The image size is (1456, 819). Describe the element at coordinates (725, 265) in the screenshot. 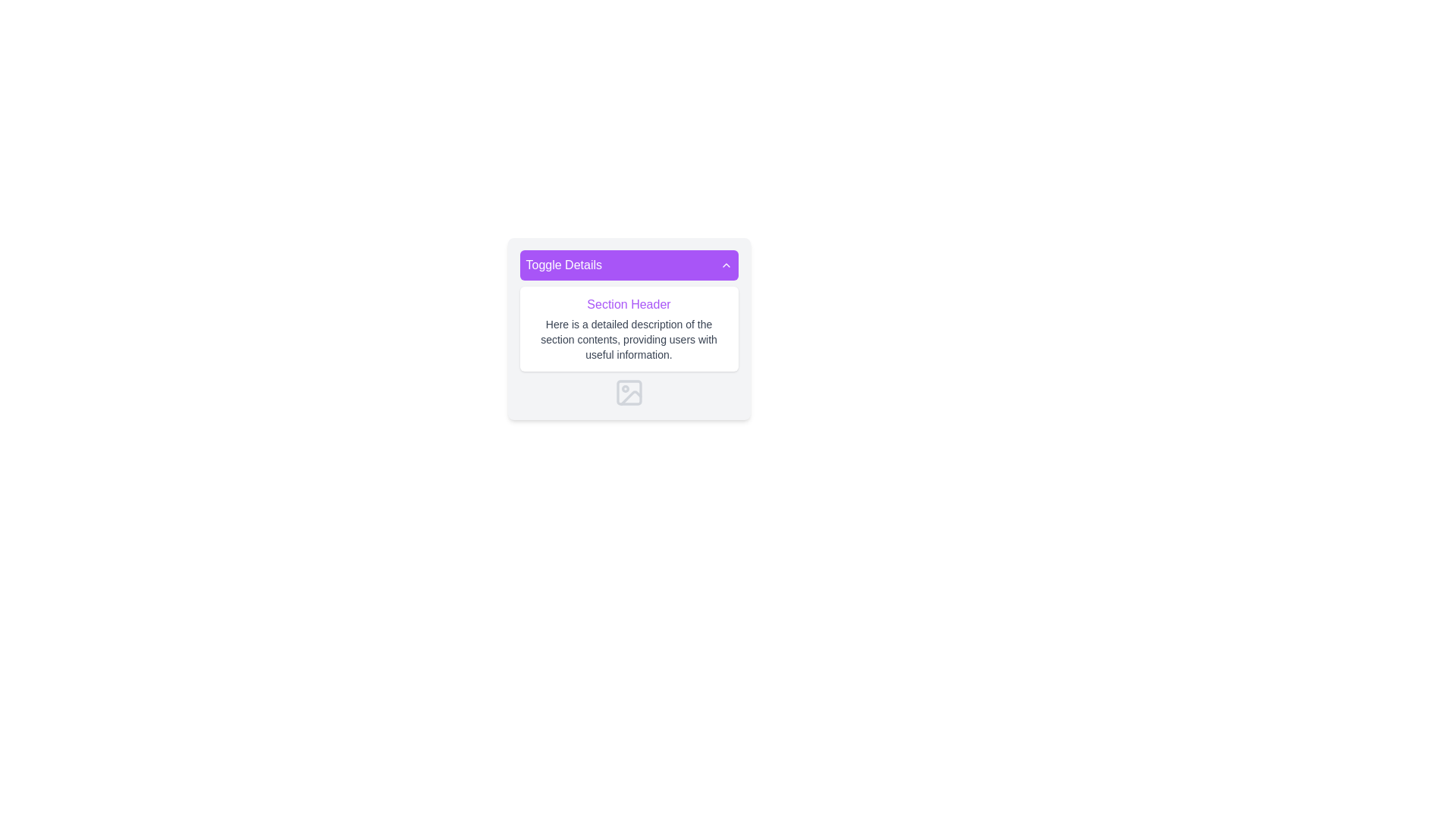

I see `the small upward chevron icon located at the right side of the purple header bar labeled 'Toggle Details'` at that location.